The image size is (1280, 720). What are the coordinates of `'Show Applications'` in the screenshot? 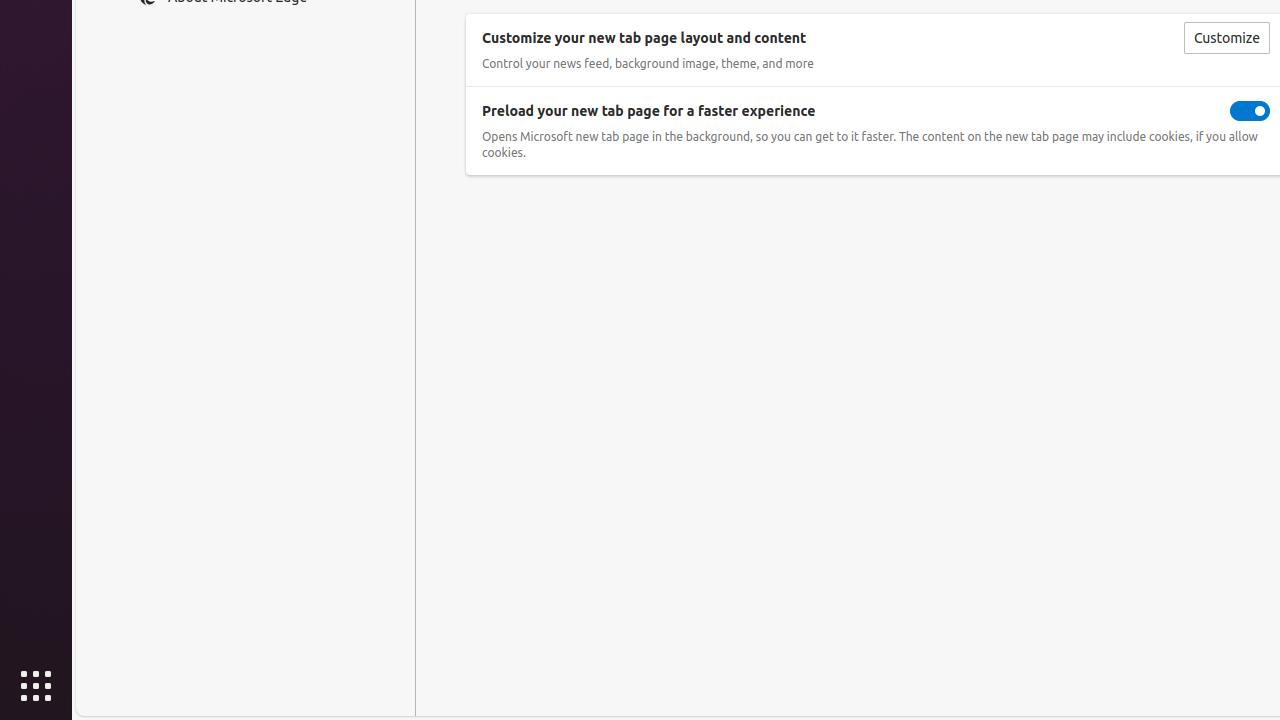 It's located at (35, 685).